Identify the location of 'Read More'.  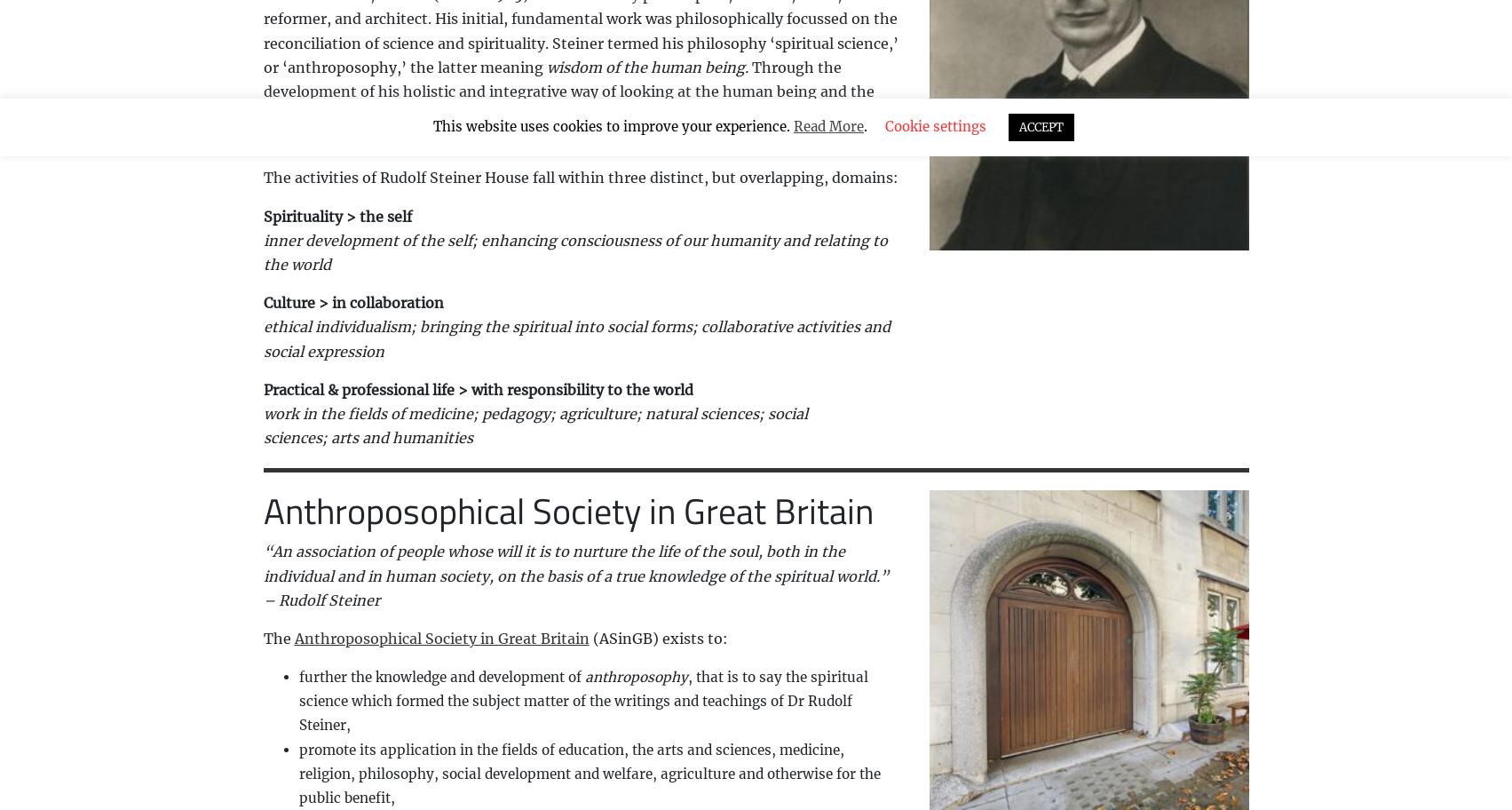
(793, 125).